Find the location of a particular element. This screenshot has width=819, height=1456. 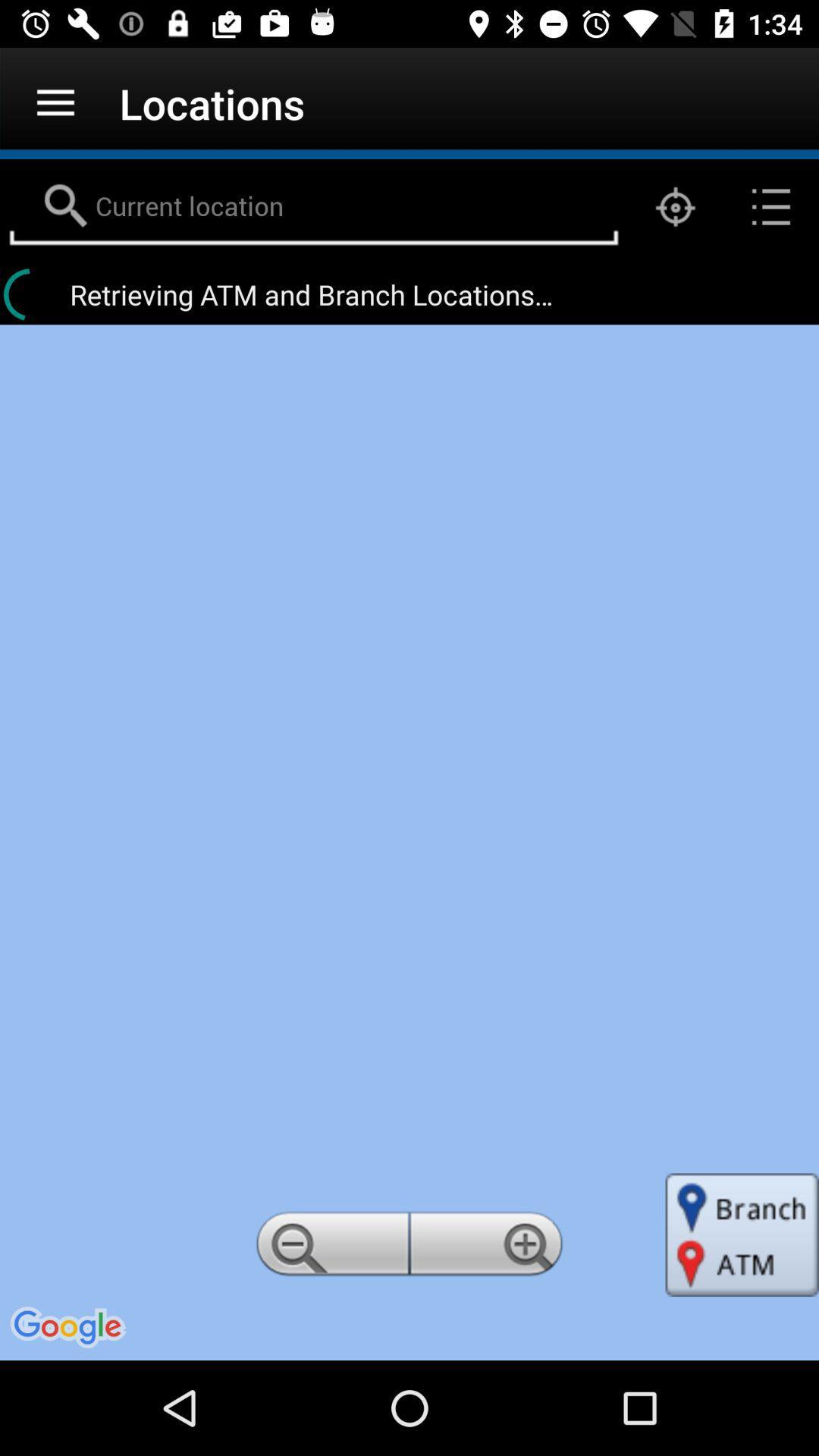

this is to zoom in the available page is located at coordinates (488, 1248).